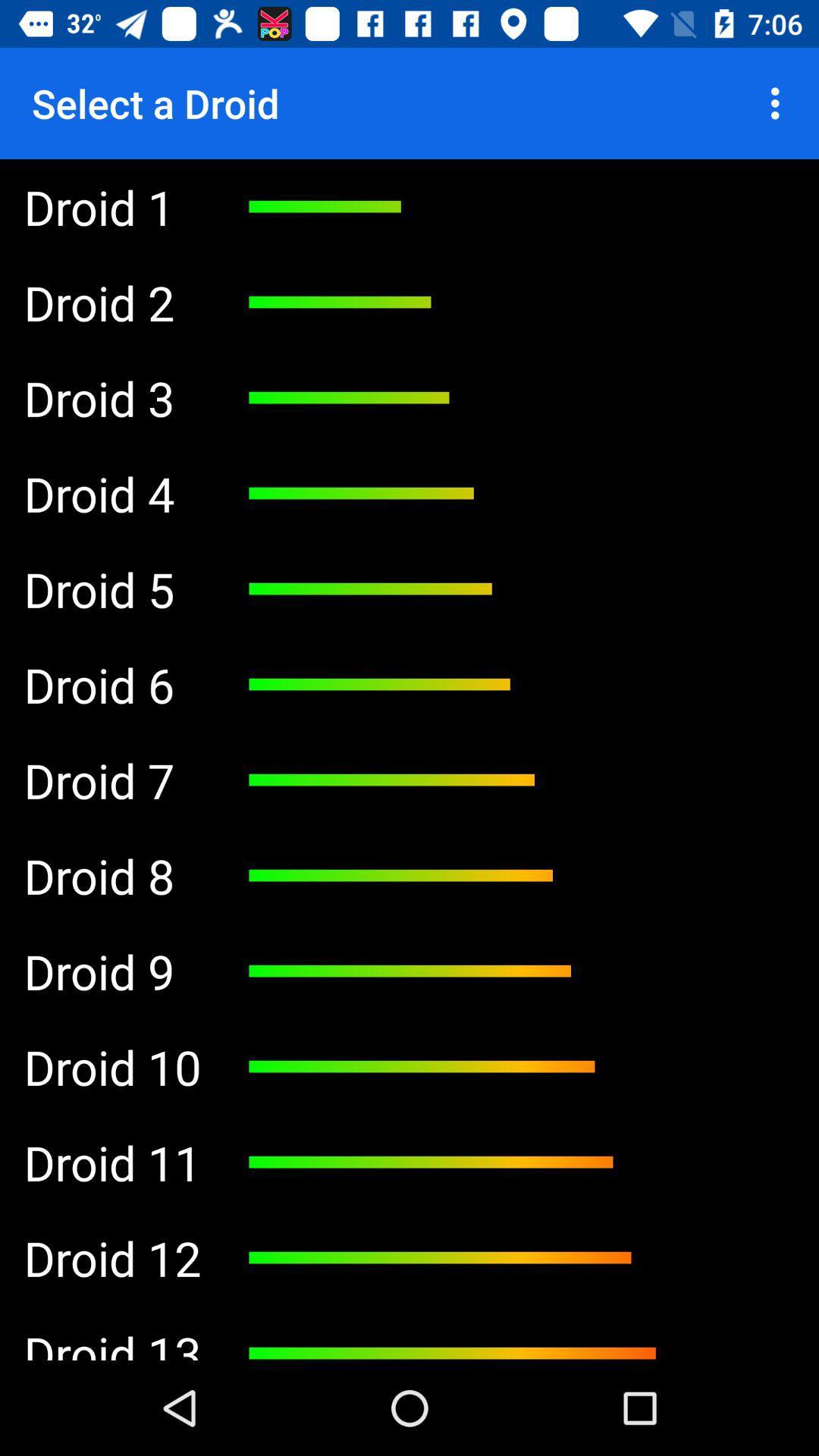  What do you see at coordinates (779, 102) in the screenshot?
I see `icon at the top right corner` at bounding box center [779, 102].